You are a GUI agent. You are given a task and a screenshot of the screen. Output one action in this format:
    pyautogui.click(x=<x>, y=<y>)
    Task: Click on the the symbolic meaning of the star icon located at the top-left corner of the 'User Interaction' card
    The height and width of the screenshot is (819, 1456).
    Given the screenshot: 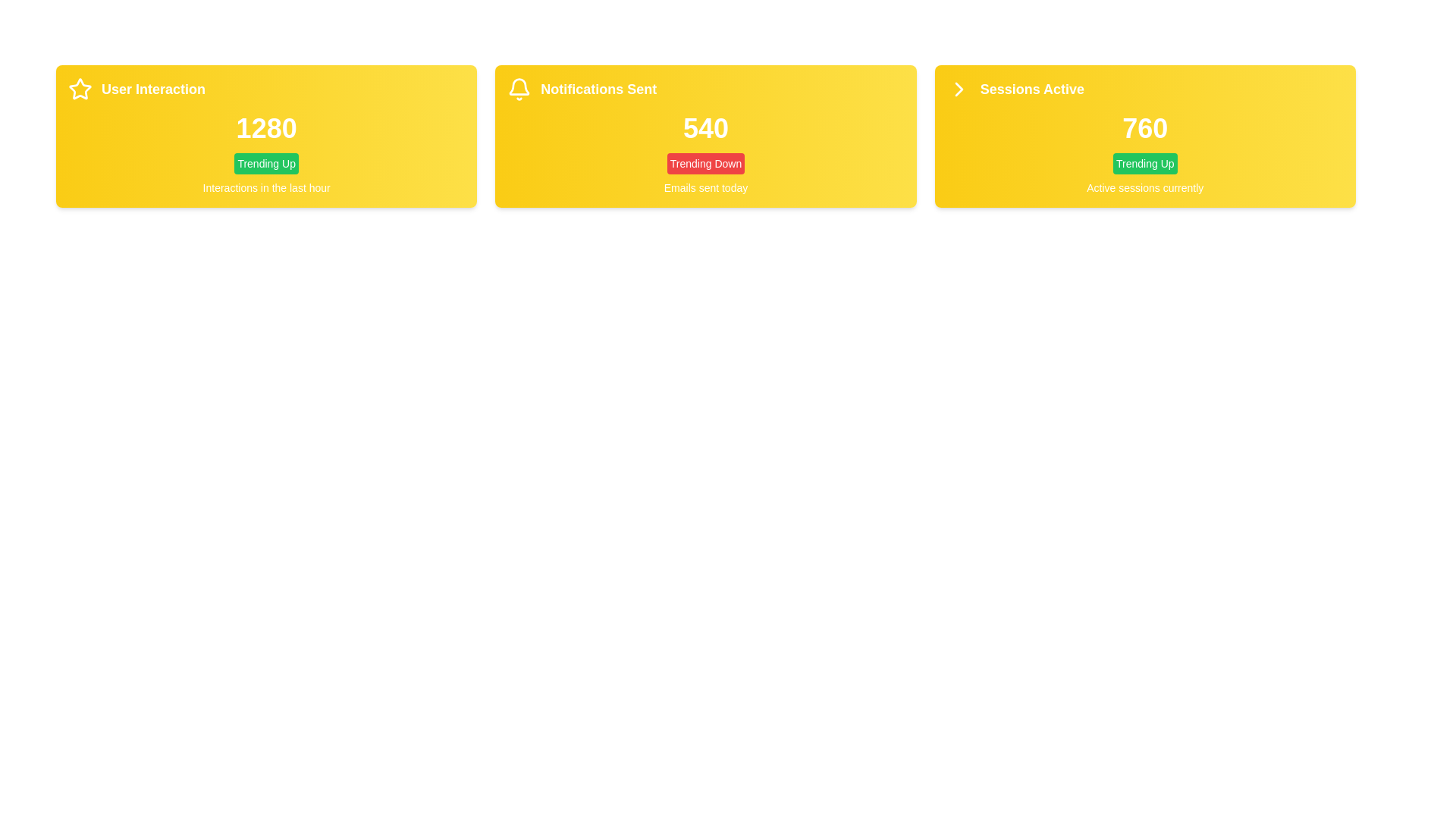 What is the action you would take?
    pyautogui.click(x=79, y=89)
    